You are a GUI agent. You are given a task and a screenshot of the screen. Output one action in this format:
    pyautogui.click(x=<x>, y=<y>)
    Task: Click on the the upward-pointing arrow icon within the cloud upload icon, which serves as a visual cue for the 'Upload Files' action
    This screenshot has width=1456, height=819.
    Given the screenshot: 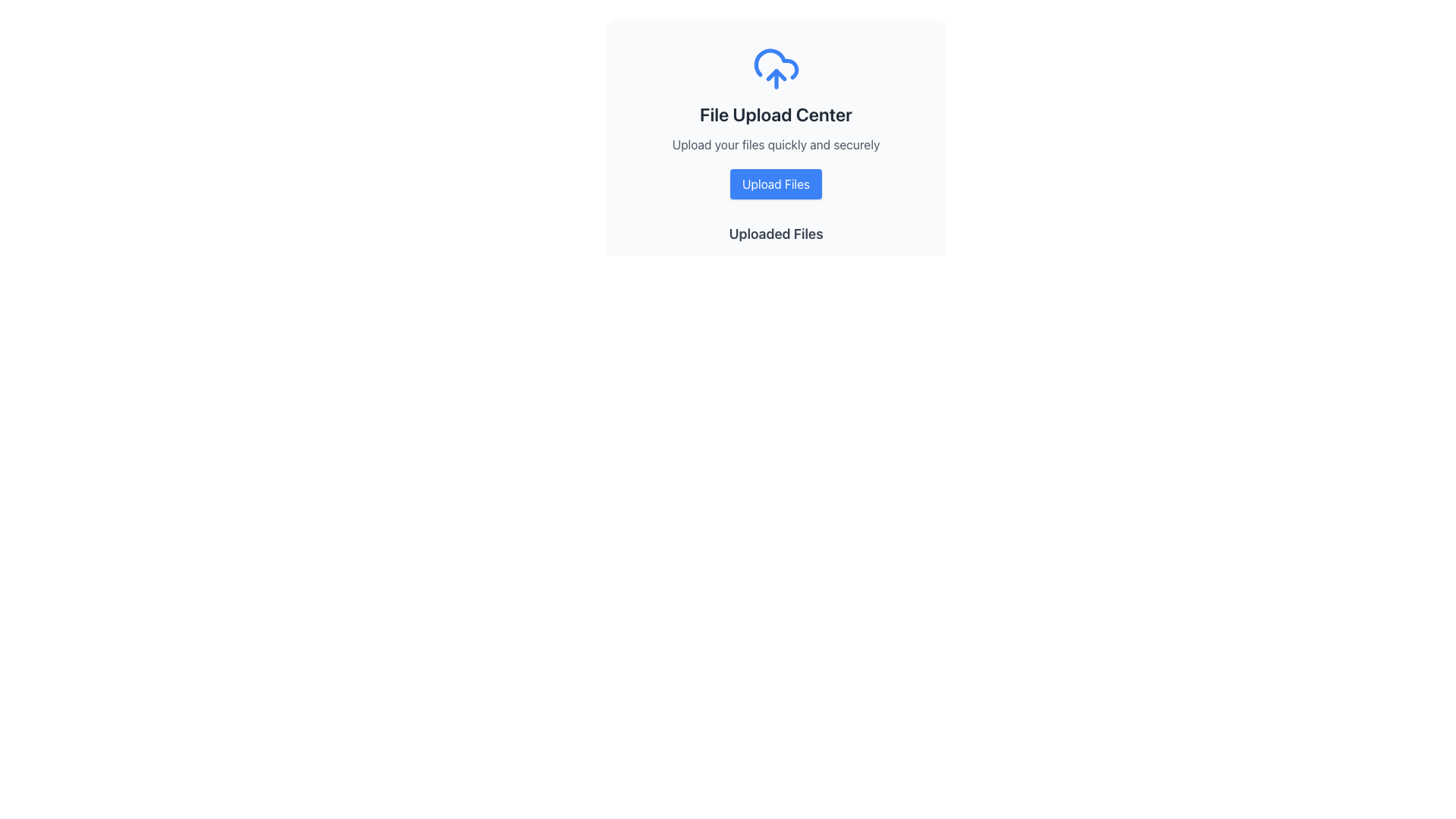 What is the action you would take?
    pyautogui.click(x=776, y=75)
    